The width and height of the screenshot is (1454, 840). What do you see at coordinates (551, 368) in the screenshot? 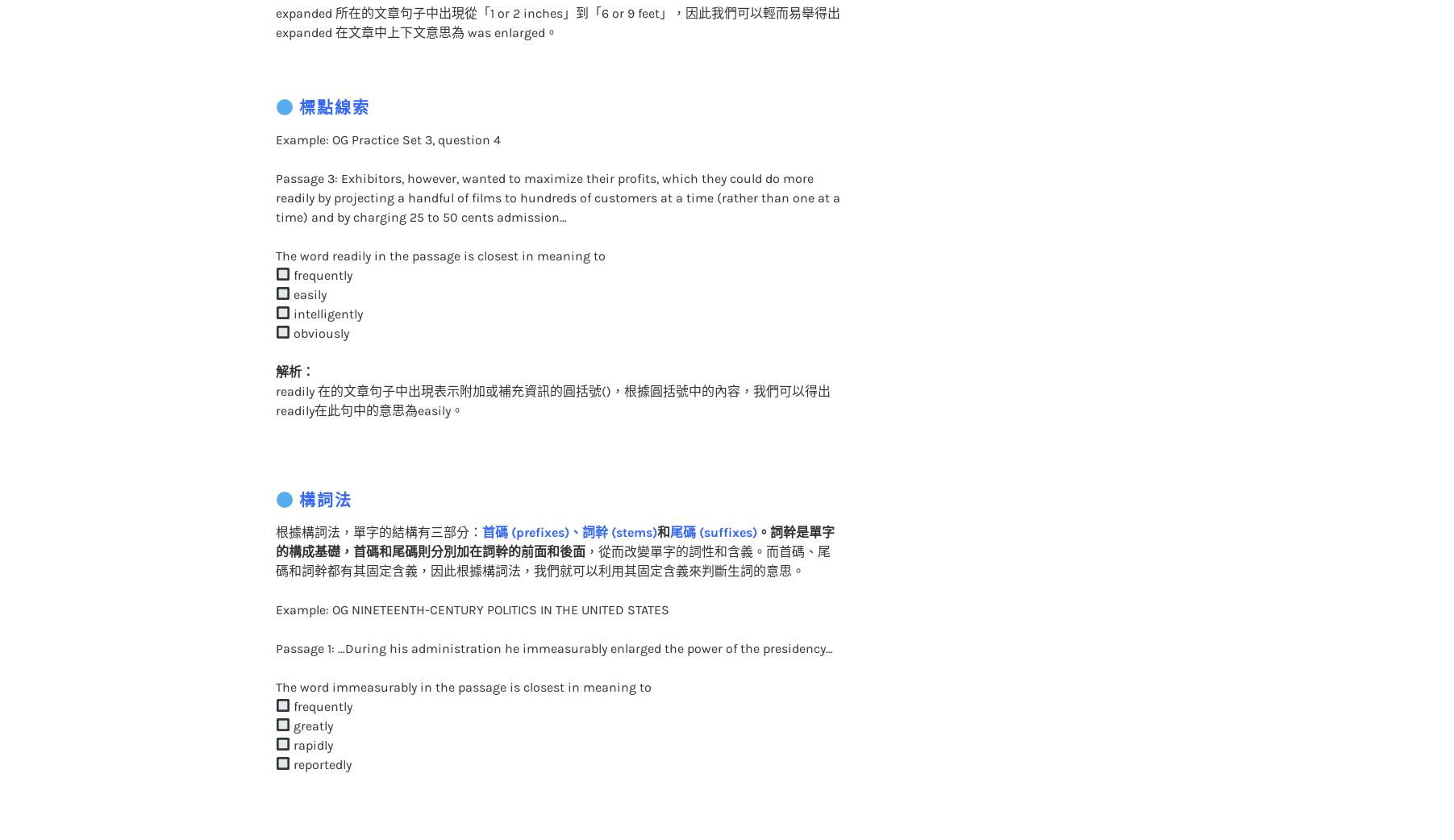
I see `'readily 在的文章句子中出現表示附加或補充資訊的圓括號()，根據圓括號中的內容，我們可以得出readily在此句中的意思為easily。'` at bounding box center [551, 368].